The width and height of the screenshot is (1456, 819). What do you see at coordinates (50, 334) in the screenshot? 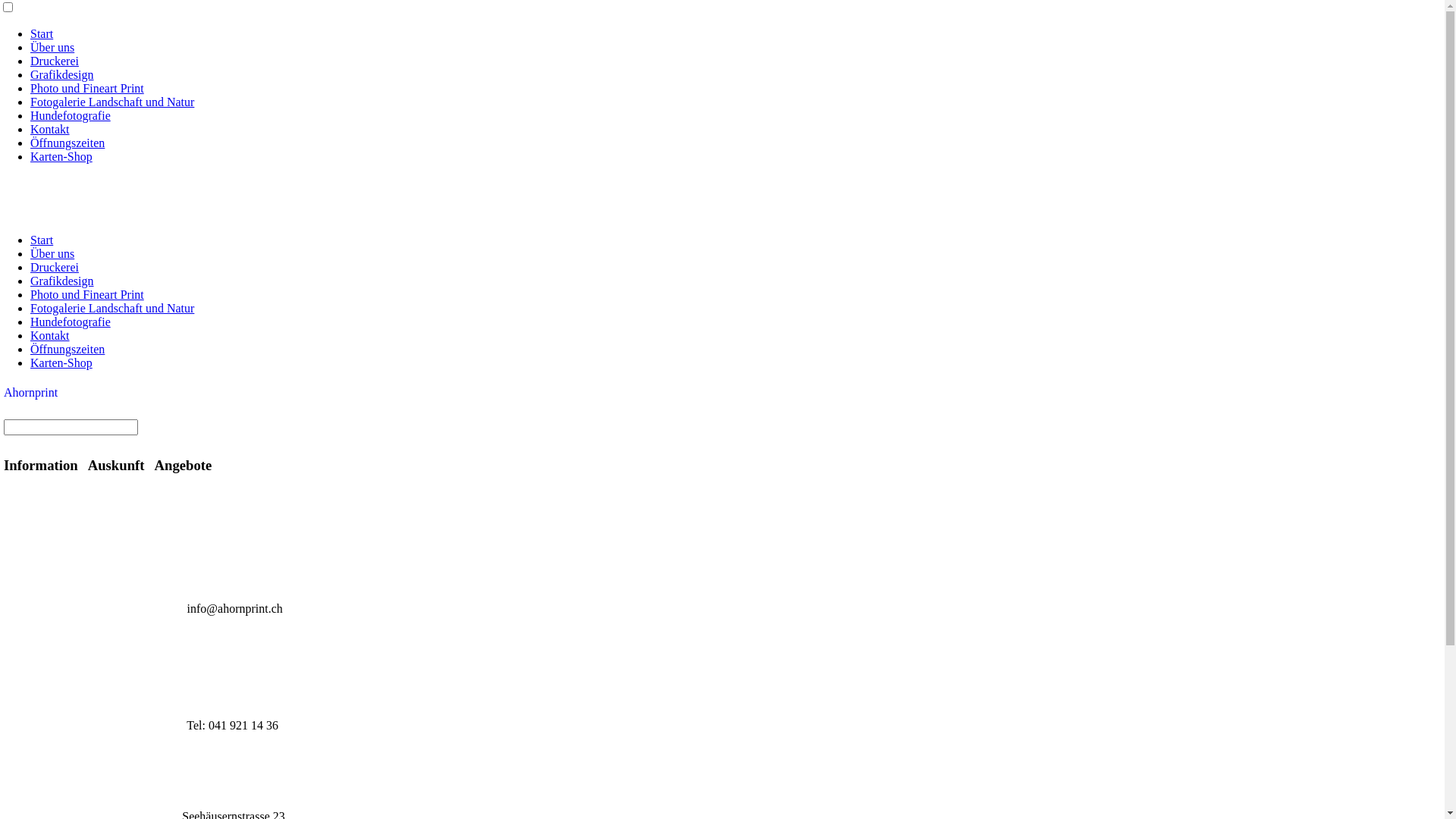
I see `'Kontakt'` at bounding box center [50, 334].